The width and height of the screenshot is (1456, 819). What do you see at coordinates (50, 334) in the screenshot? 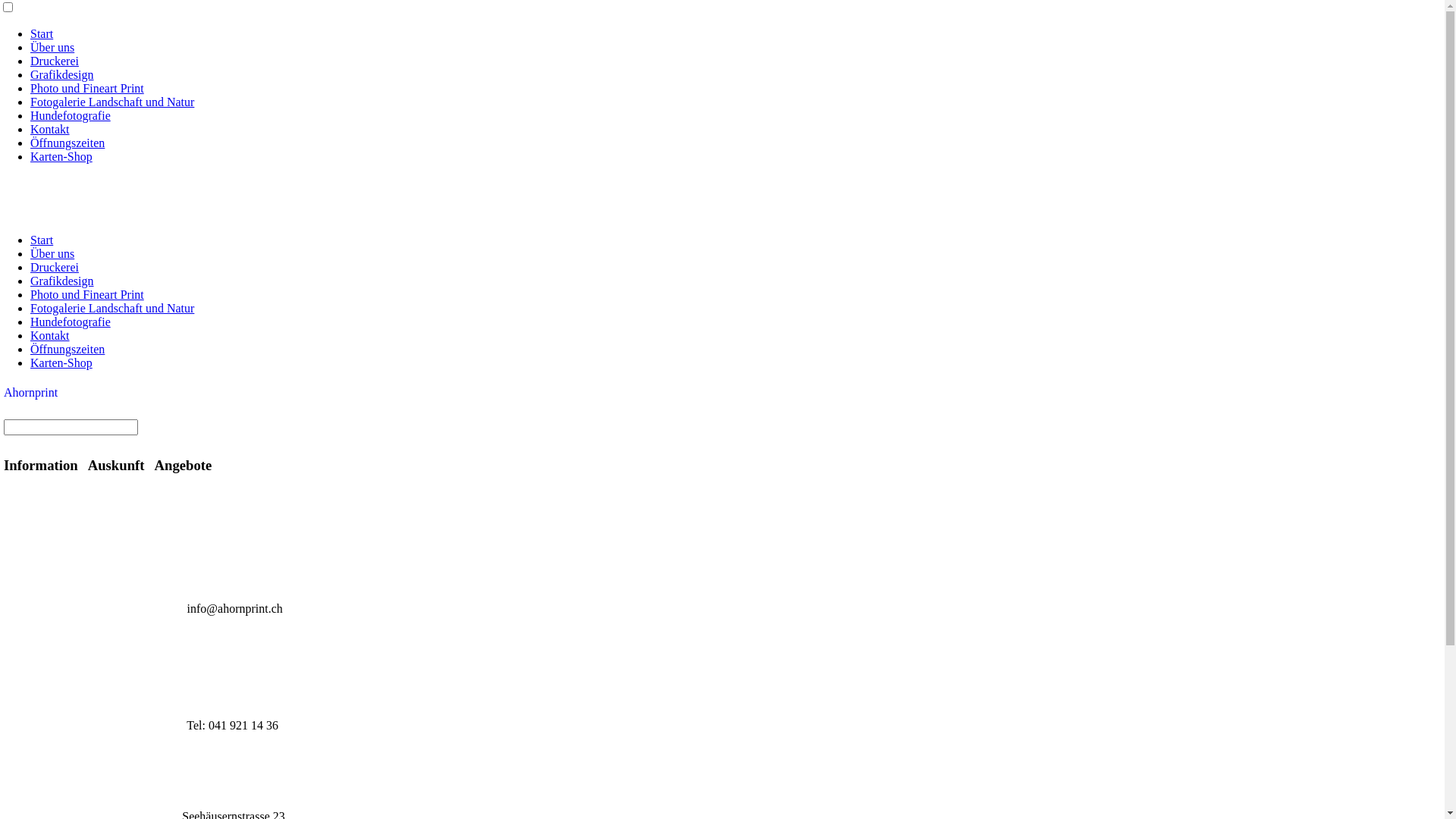
I see `'Kontakt'` at bounding box center [50, 334].